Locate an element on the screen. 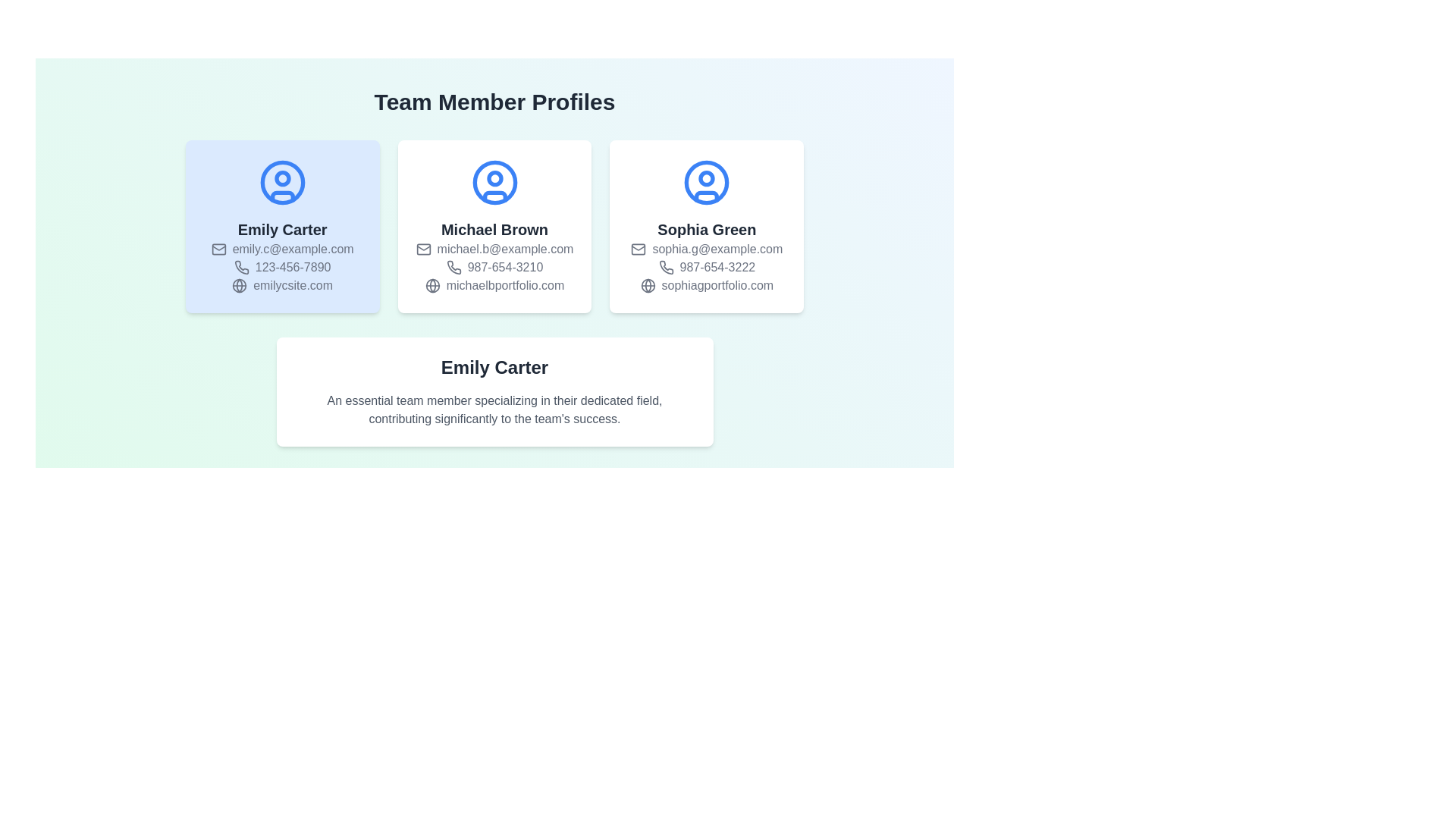 This screenshot has height=819, width=1456. the SVG circle element representing the globe in the profile card of 'Emily Carter' within the team member profiles section is located at coordinates (239, 286).